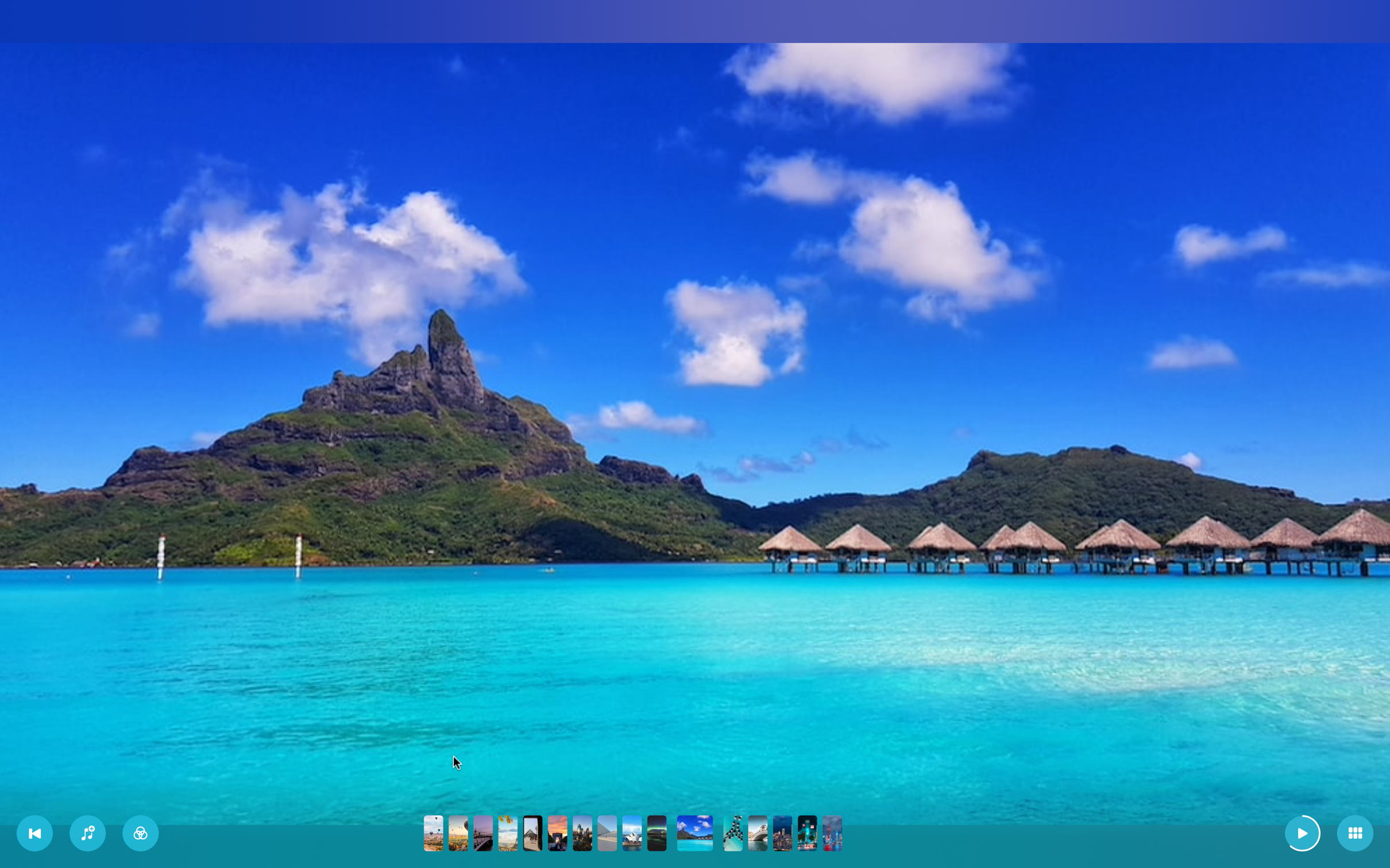 The height and width of the screenshot is (868, 1390). Describe the element at coordinates (141, 832) in the screenshot. I see `Switch the filter menu to first option in the drop down list` at that location.